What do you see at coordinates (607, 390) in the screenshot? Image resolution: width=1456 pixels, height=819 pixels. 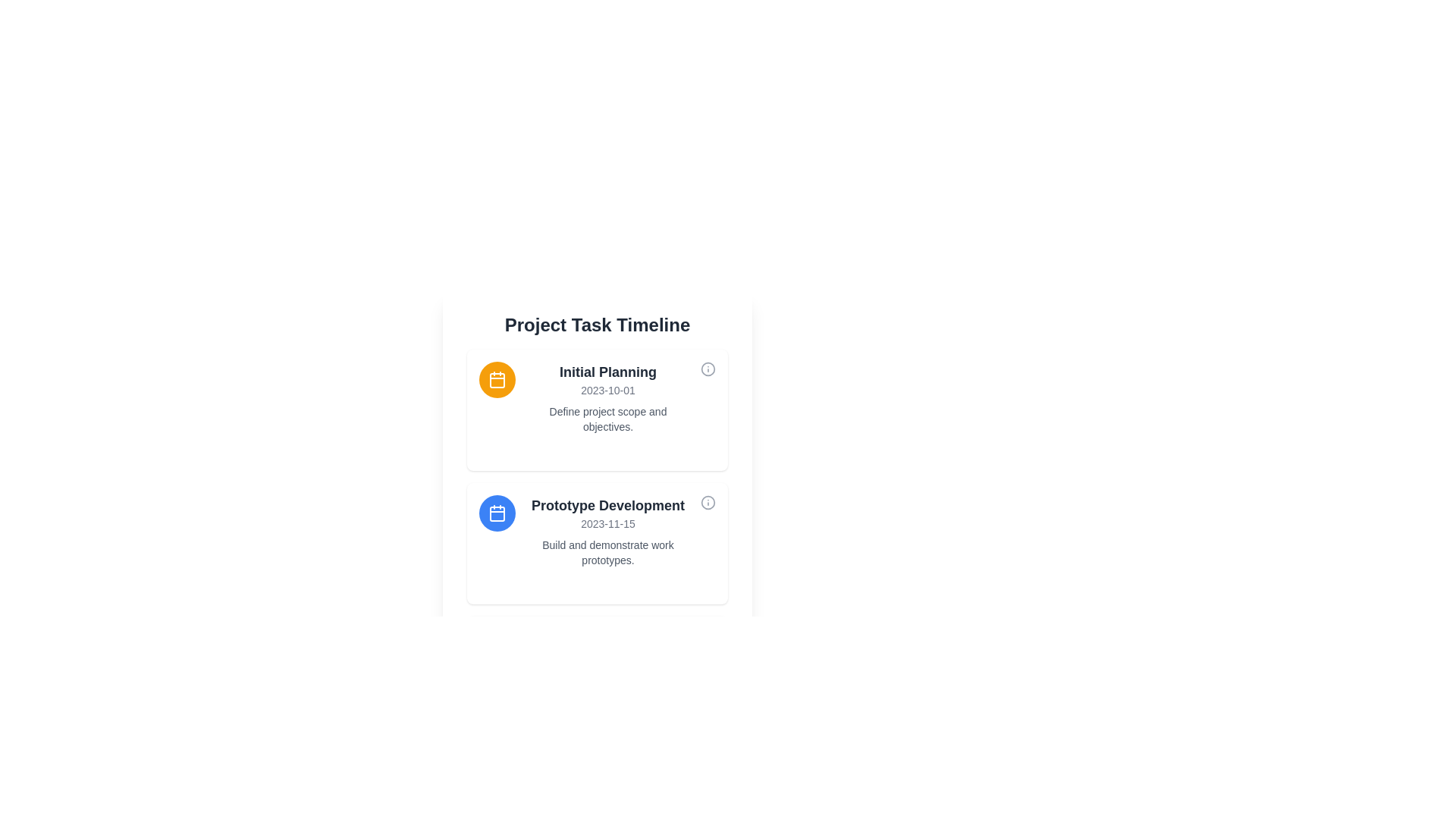 I see `the date text displaying '2023-10-01' located below the heading 'Initial Planning' and above the description 'Define project scope and objectives.'` at bounding box center [607, 390].